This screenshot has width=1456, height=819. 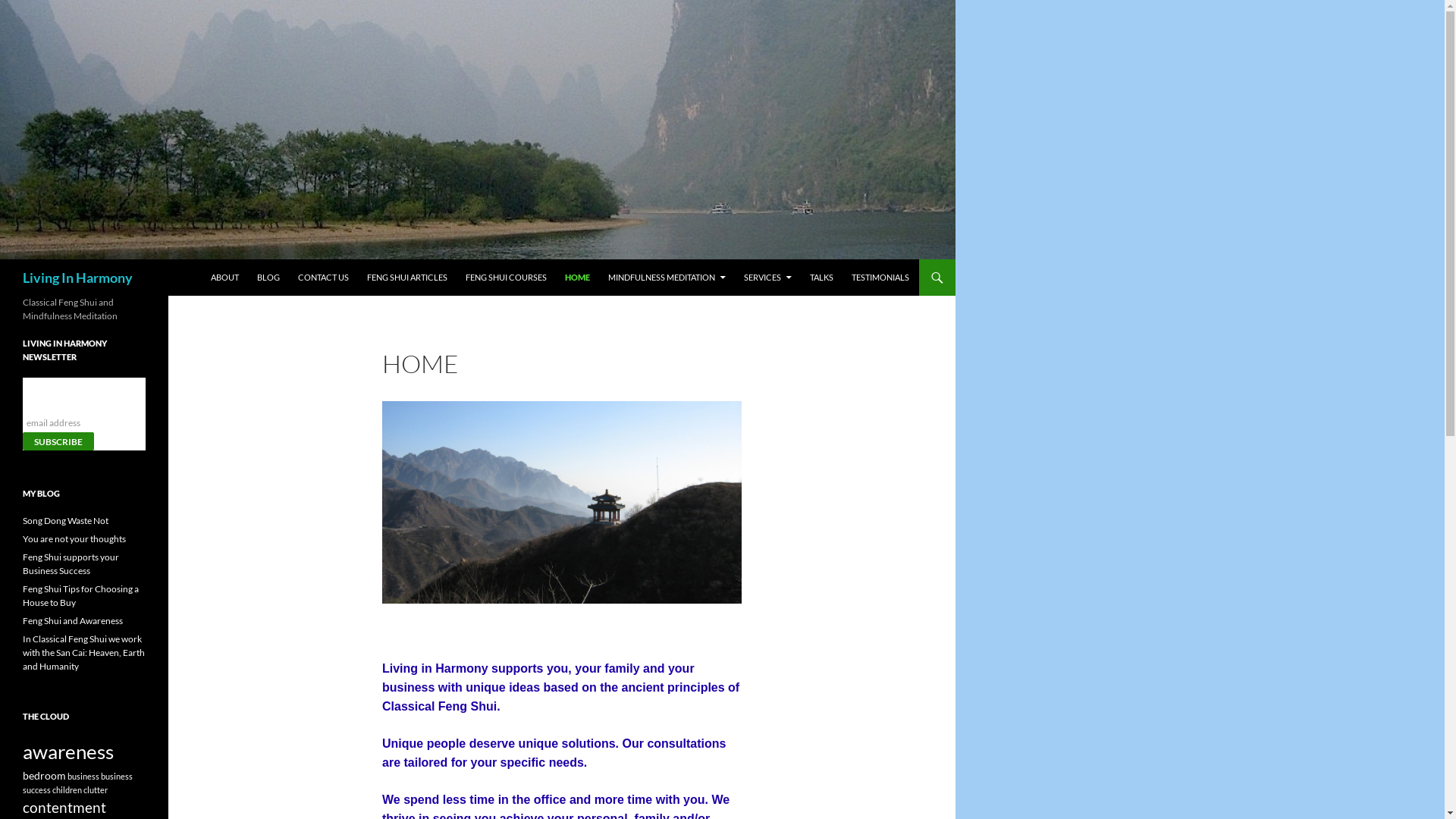 What do you see at coordinates (94, 789) in the screenshot?
I see `'clutter'` at bounding box center [94, 789].